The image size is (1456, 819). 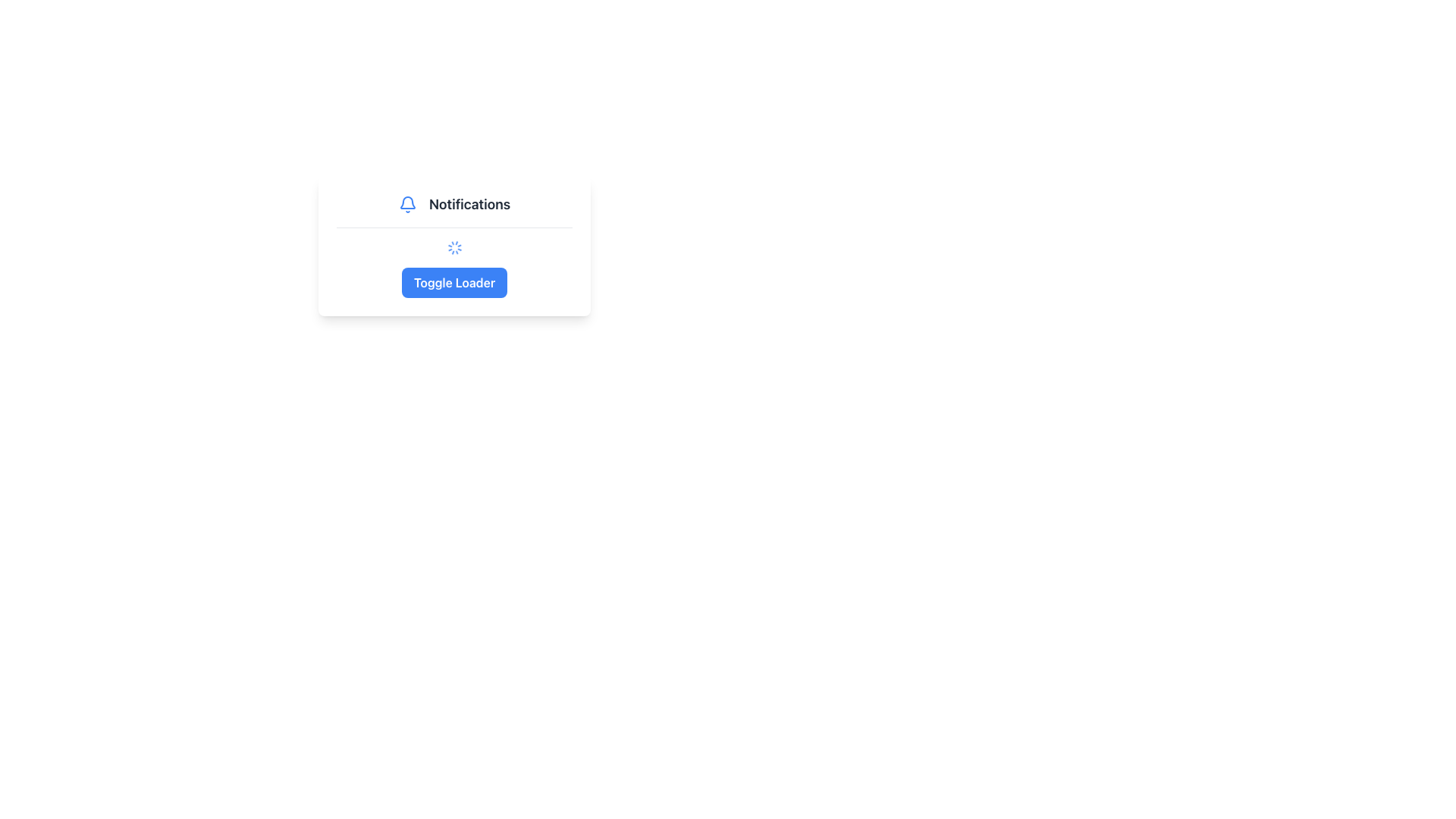 I want to click on the blue bell-shaped icon in the notification panel that symbolizes notifications, so click(x=407, y=205).